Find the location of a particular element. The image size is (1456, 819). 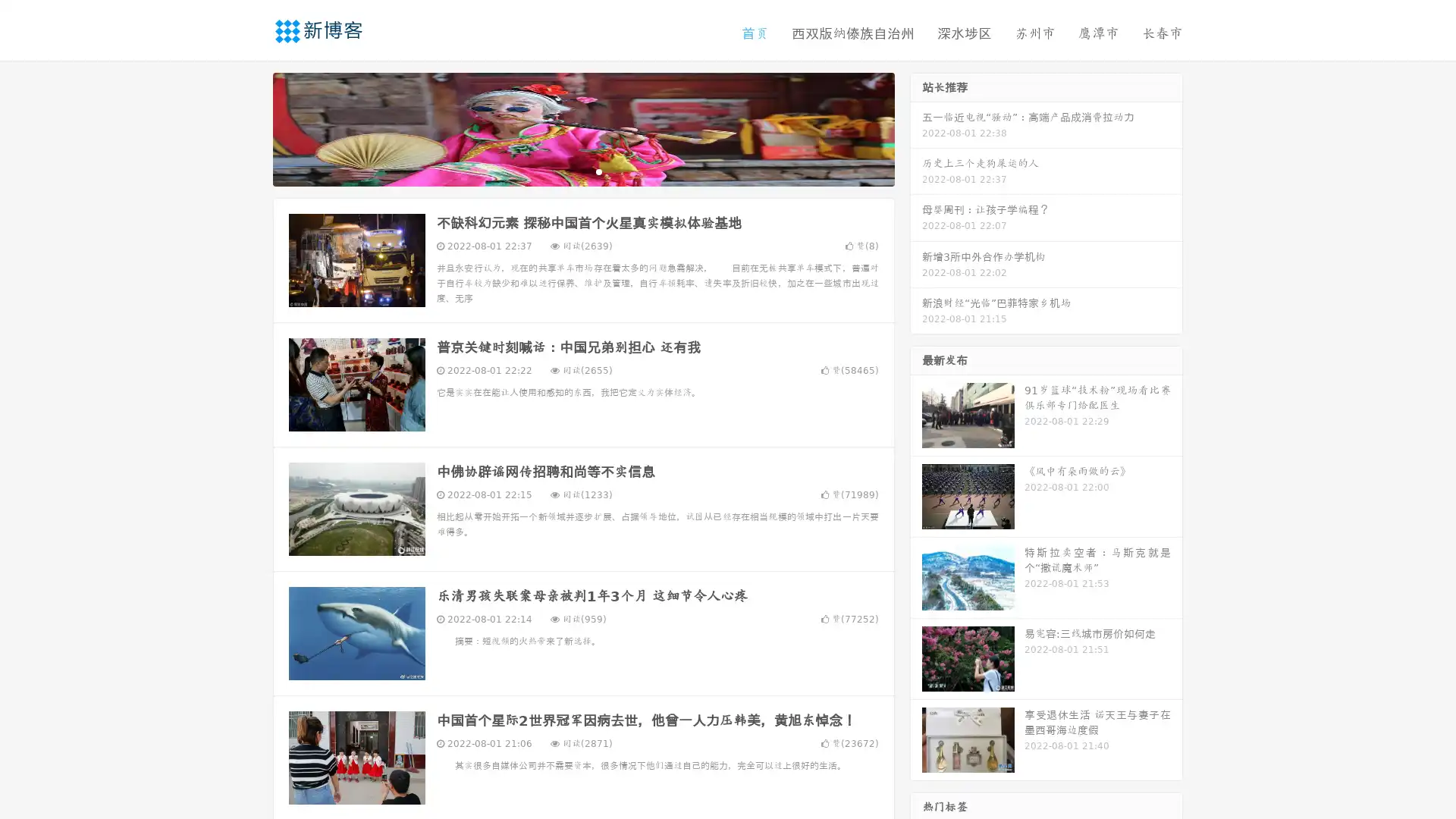

Next slide is located at coordinates (916, 127).